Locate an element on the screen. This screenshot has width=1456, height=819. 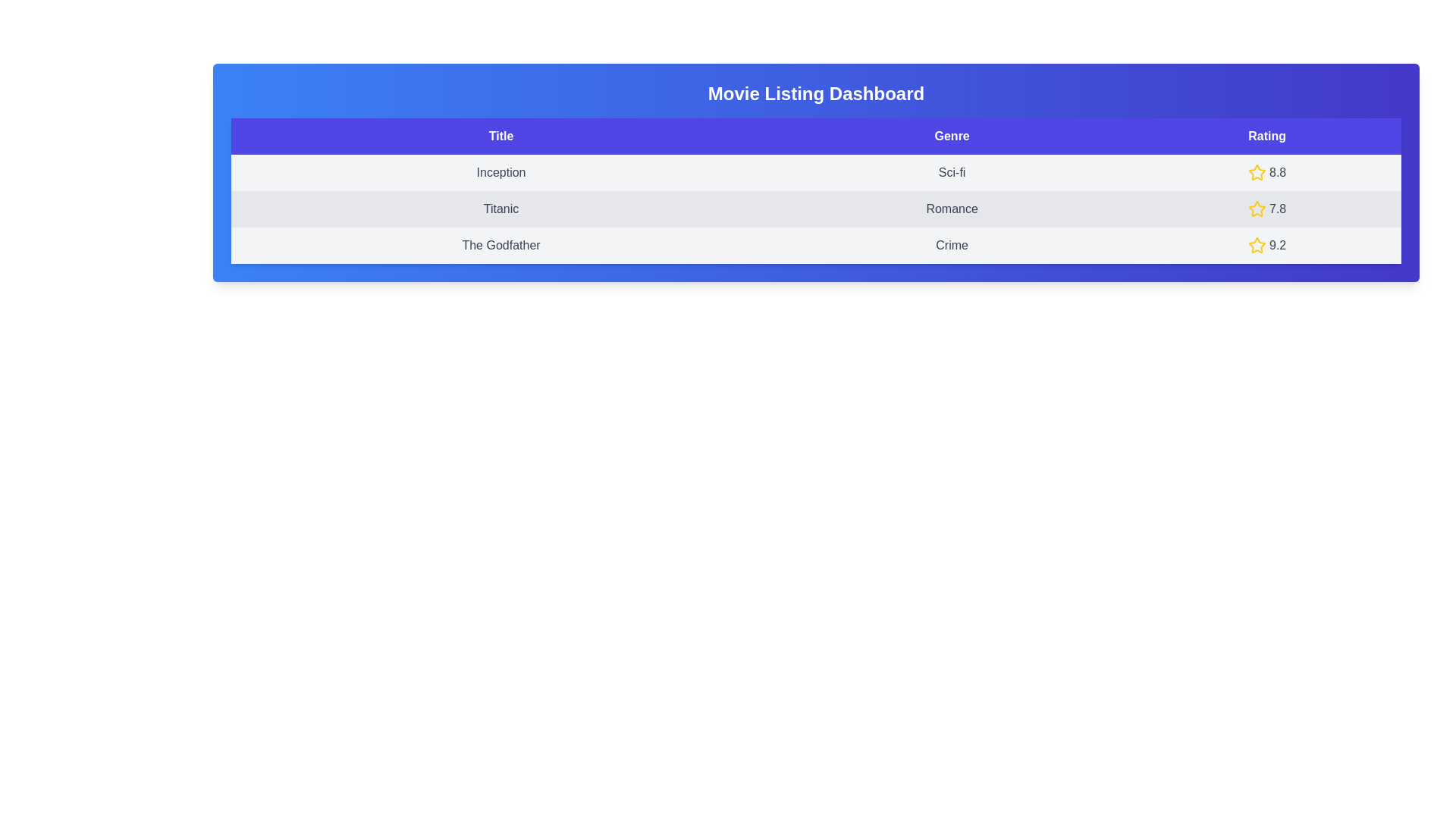
the third row of the Movie Listing Dashboard is located at coordinates (815, 245).